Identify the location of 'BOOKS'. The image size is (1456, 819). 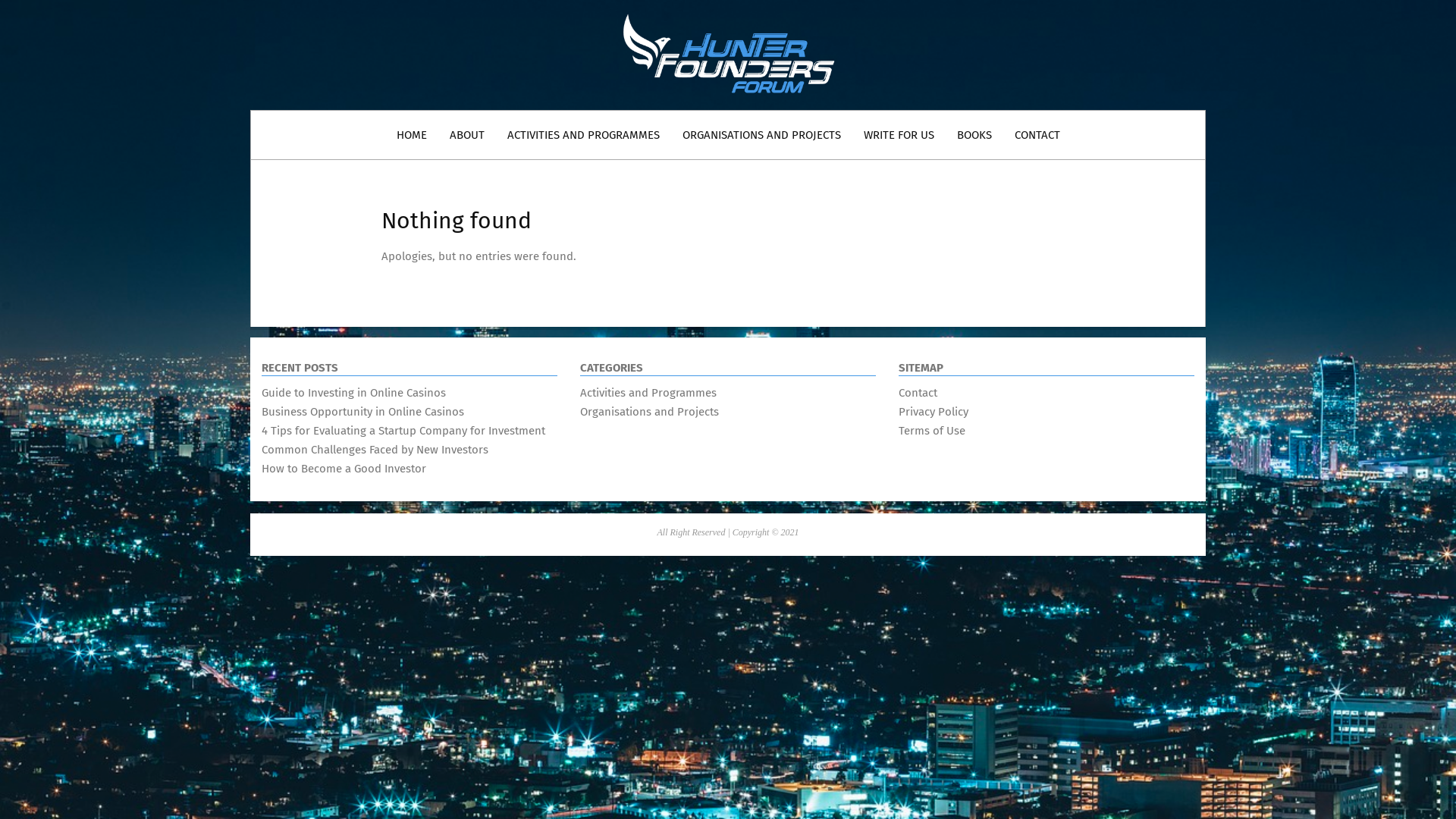
(944, 133).